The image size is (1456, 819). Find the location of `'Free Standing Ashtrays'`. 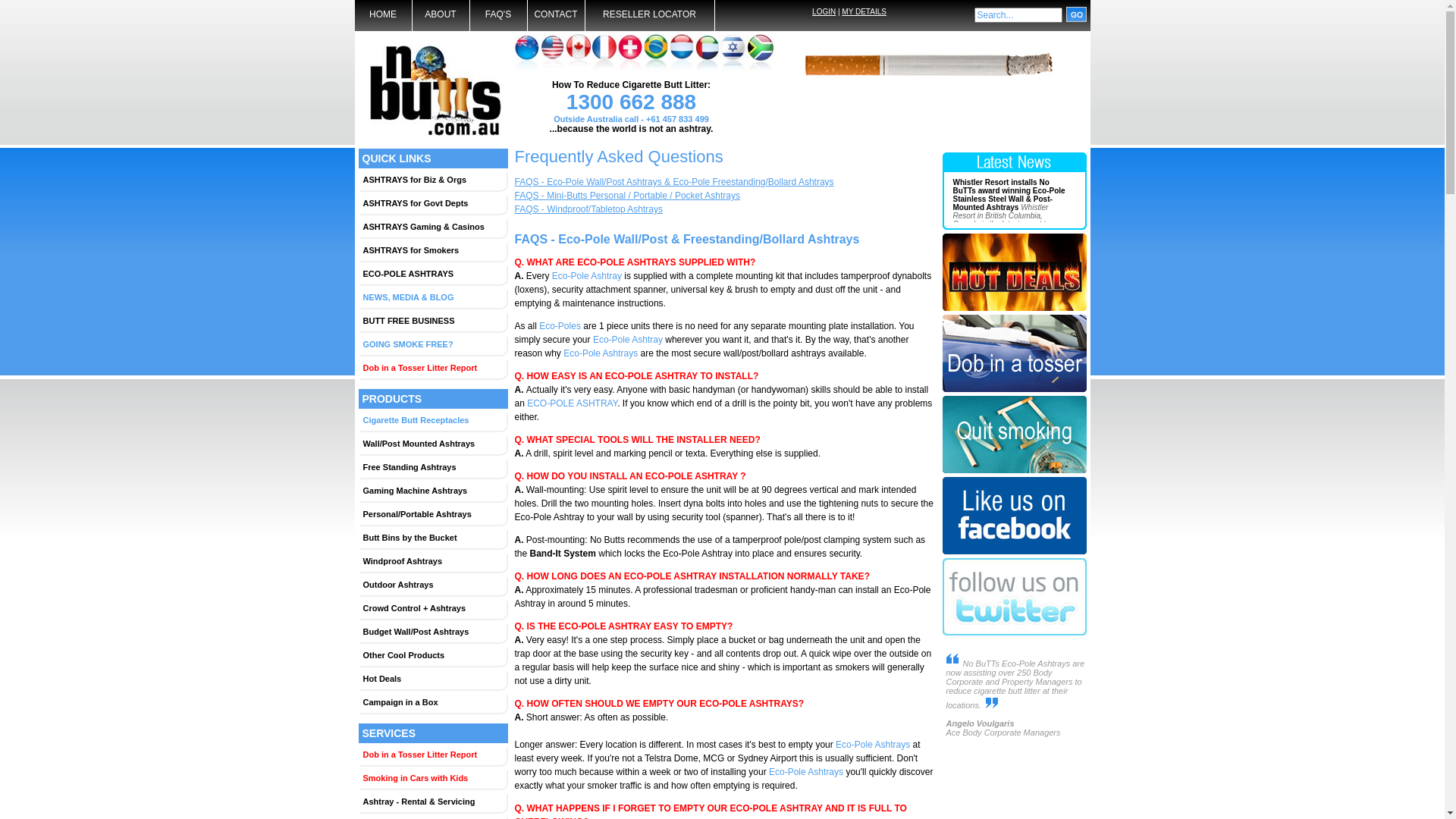

'Free Standing Ashtrays' is located at coordinates (432, 466).